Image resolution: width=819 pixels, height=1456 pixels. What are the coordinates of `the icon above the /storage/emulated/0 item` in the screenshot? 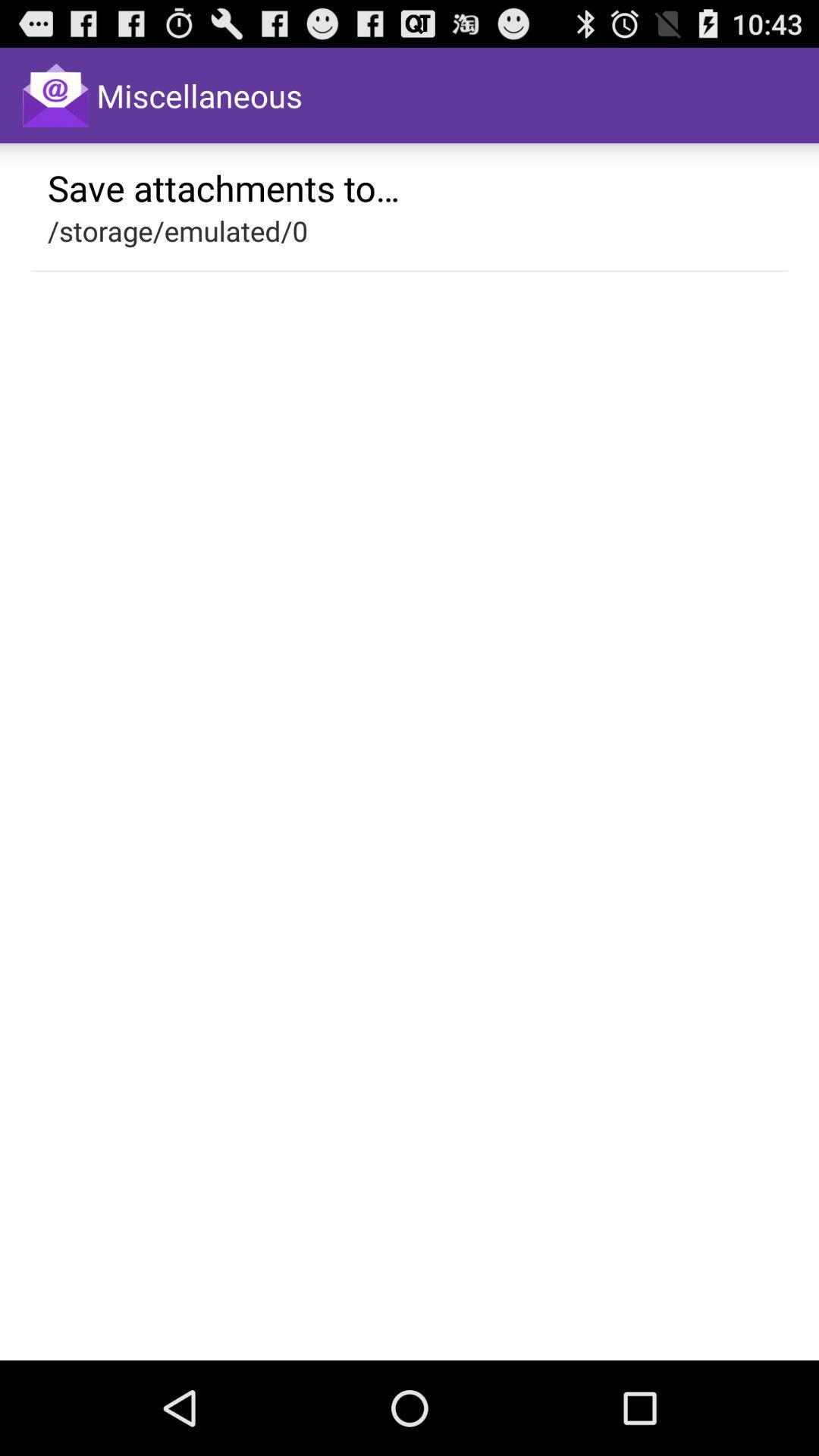 It's located at (224, 187).